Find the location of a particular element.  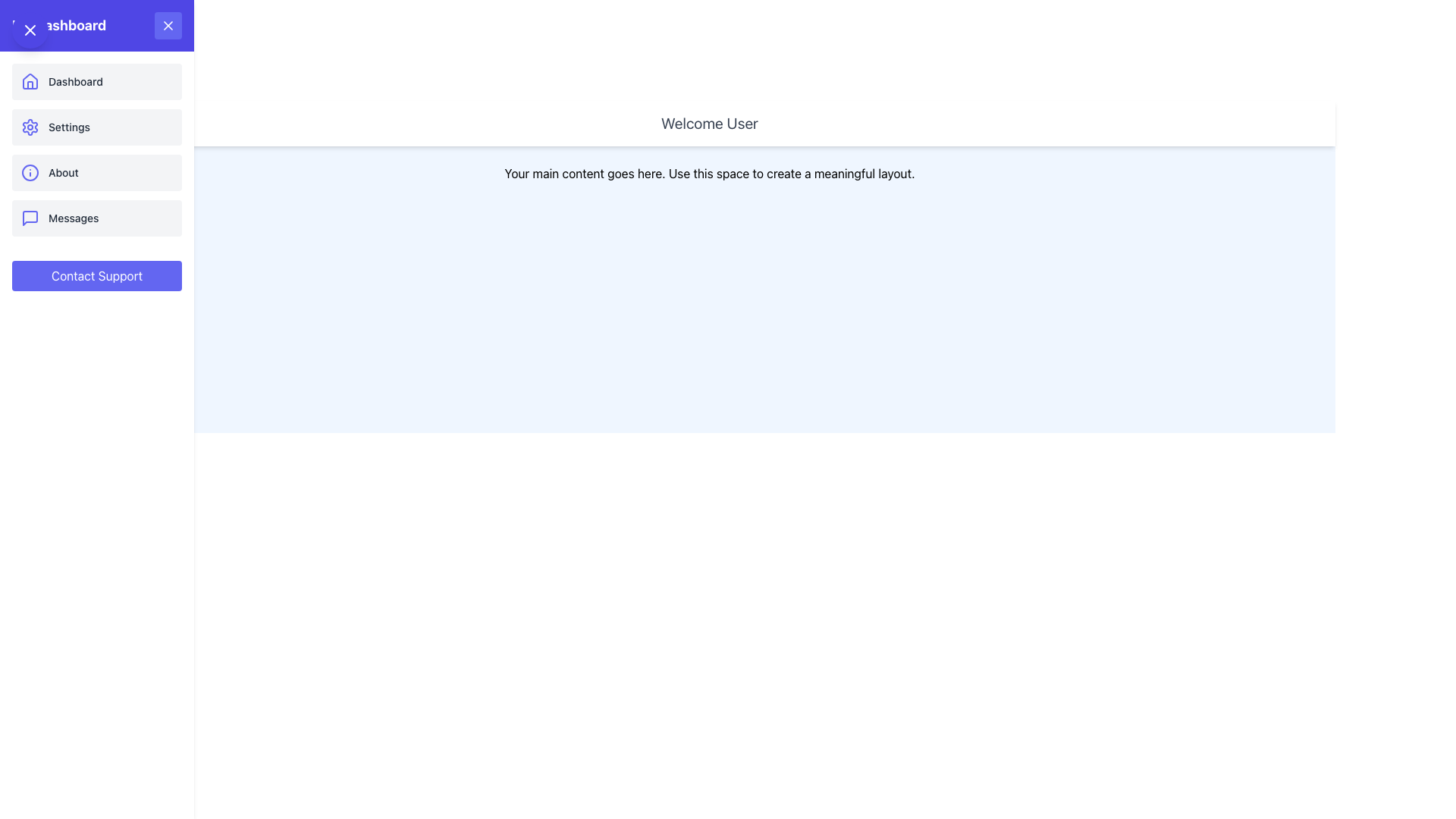

the 'Messages' icon in the sidebar navigation panel, which is located within the fourth item and is visually represented before the 'Messages' text is located at coordinates (30, 218).